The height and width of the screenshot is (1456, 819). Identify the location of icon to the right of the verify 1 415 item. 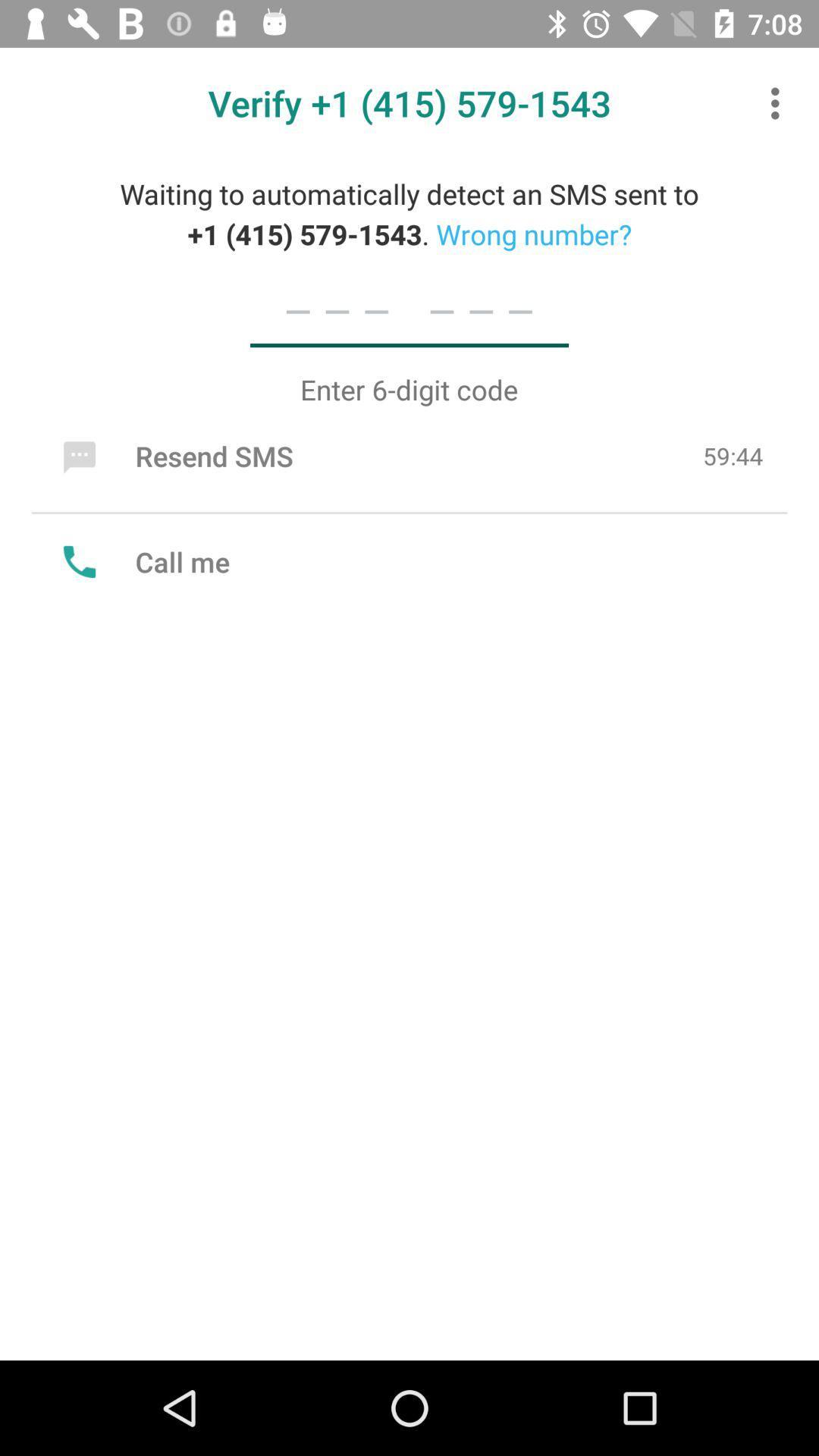
(779, 102).